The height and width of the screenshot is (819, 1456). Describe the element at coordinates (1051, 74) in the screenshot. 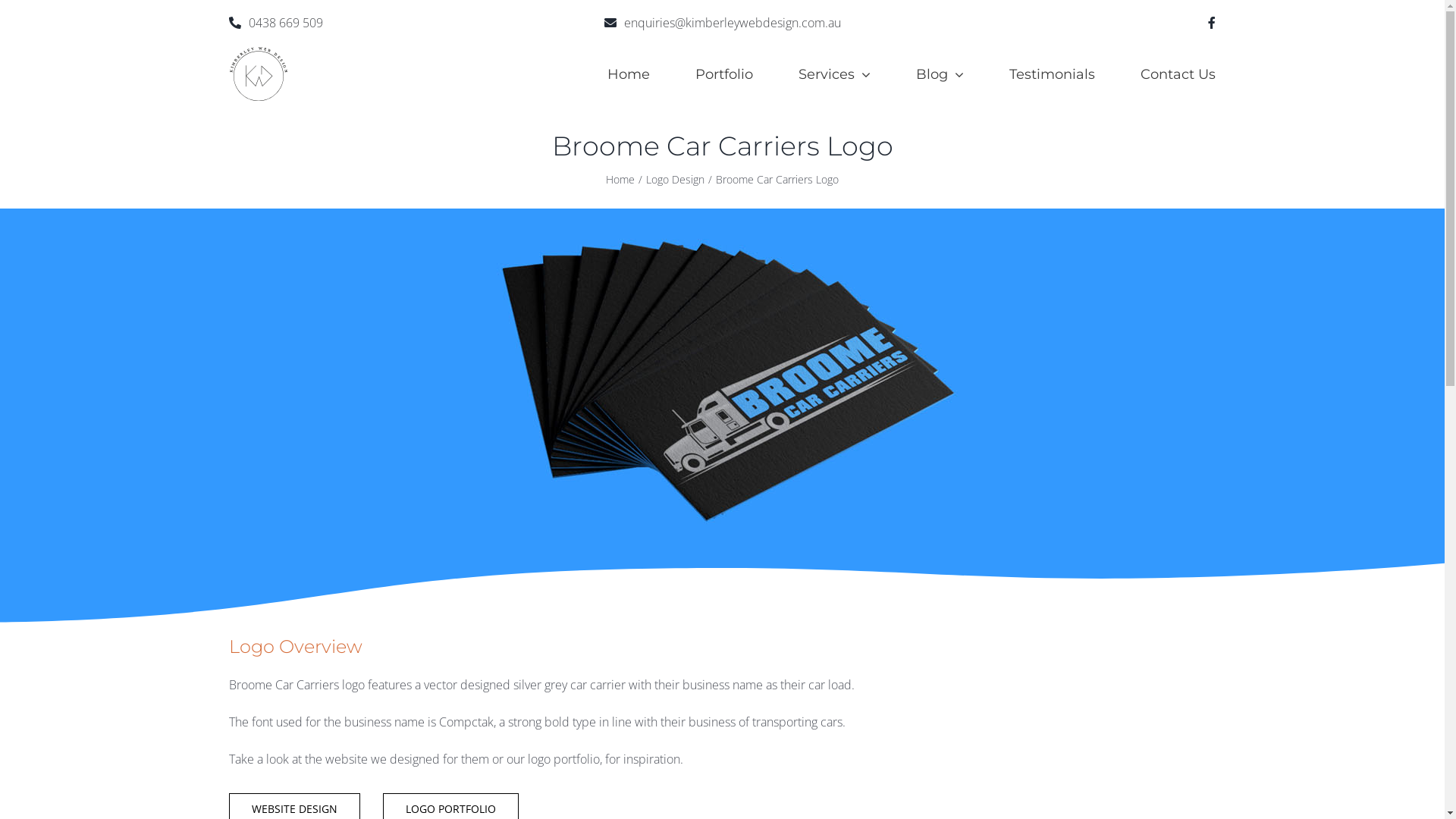

I see `'Testimonials'` at that location.